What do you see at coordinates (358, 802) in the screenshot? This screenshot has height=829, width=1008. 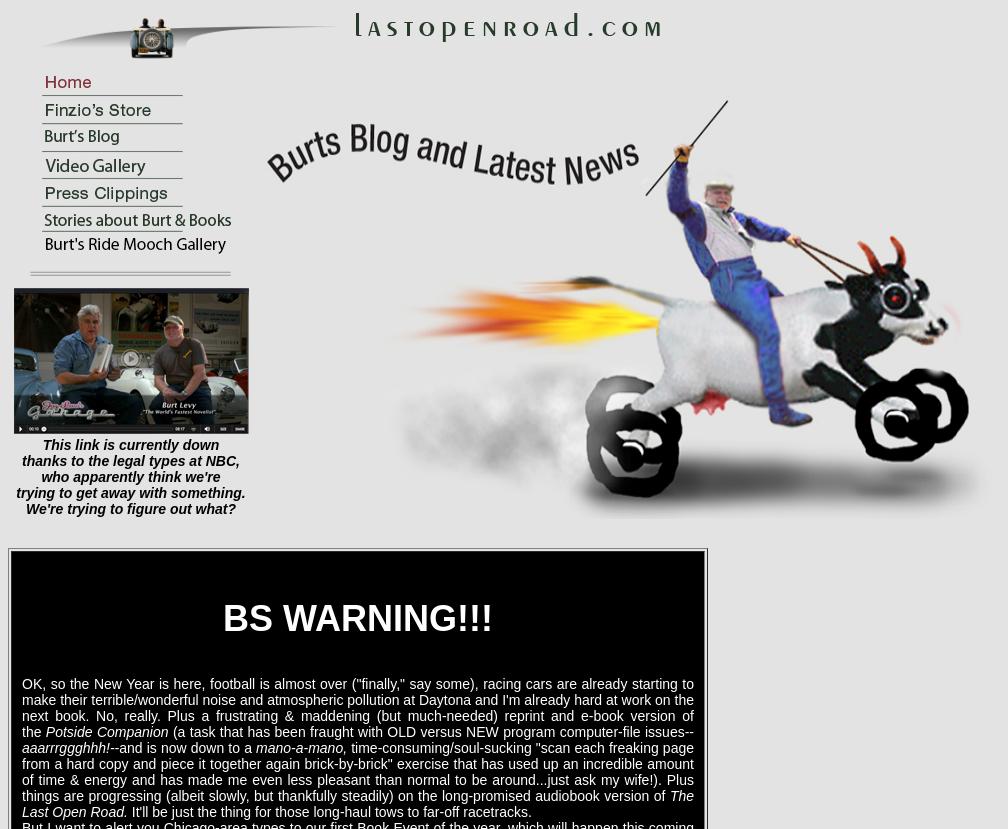 I see `'The Last Open Road.'` at bounding box center [358, 802].